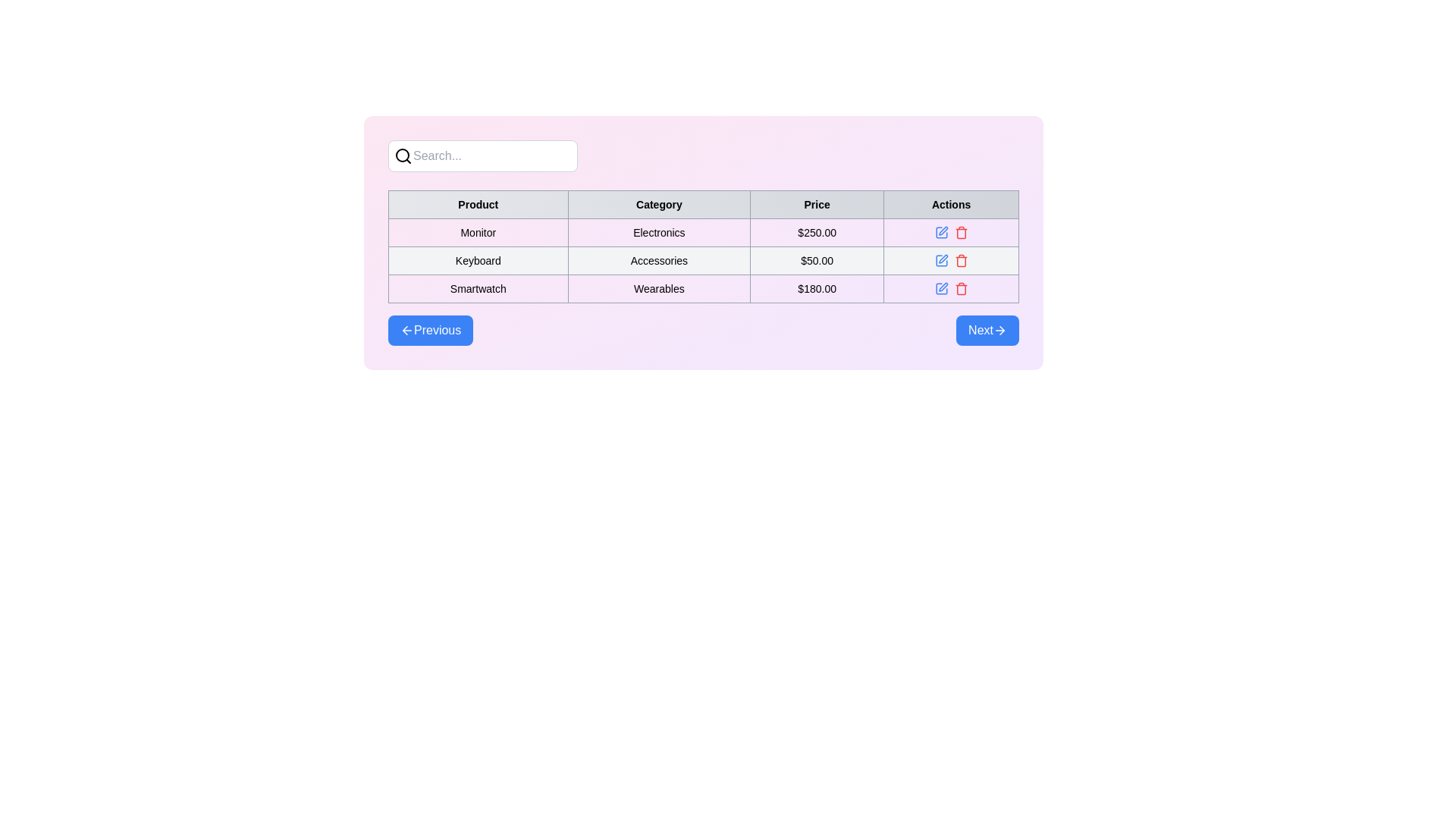  I want to click on the delete button's trash bin icon, so click(960, 234).